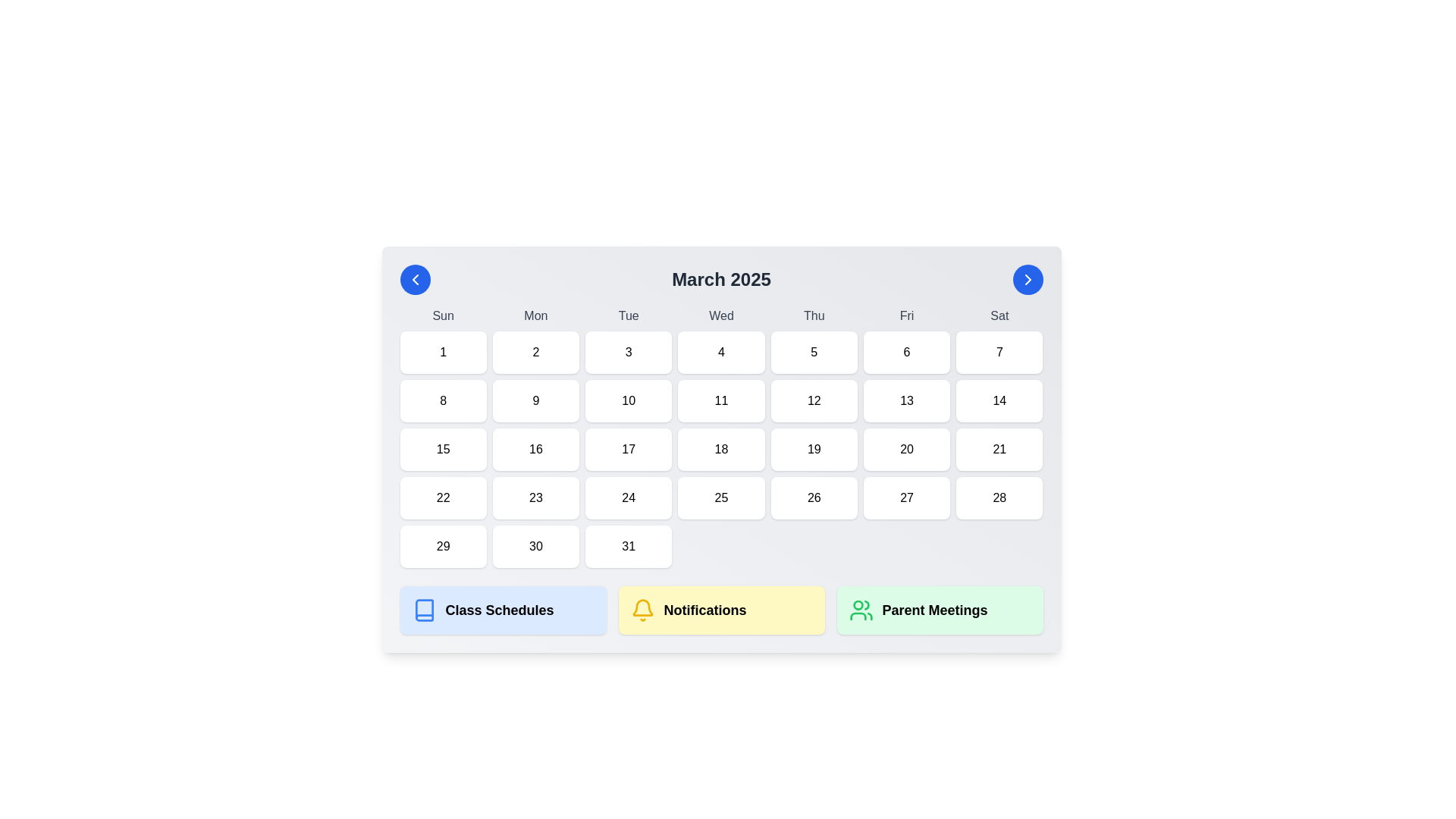  I want to click on the Chevron-shaped arrow icon, which serves as a navigational control for going to the previous page or section, located in the circular button at the top-left corner of the interface, so click(415, 280).